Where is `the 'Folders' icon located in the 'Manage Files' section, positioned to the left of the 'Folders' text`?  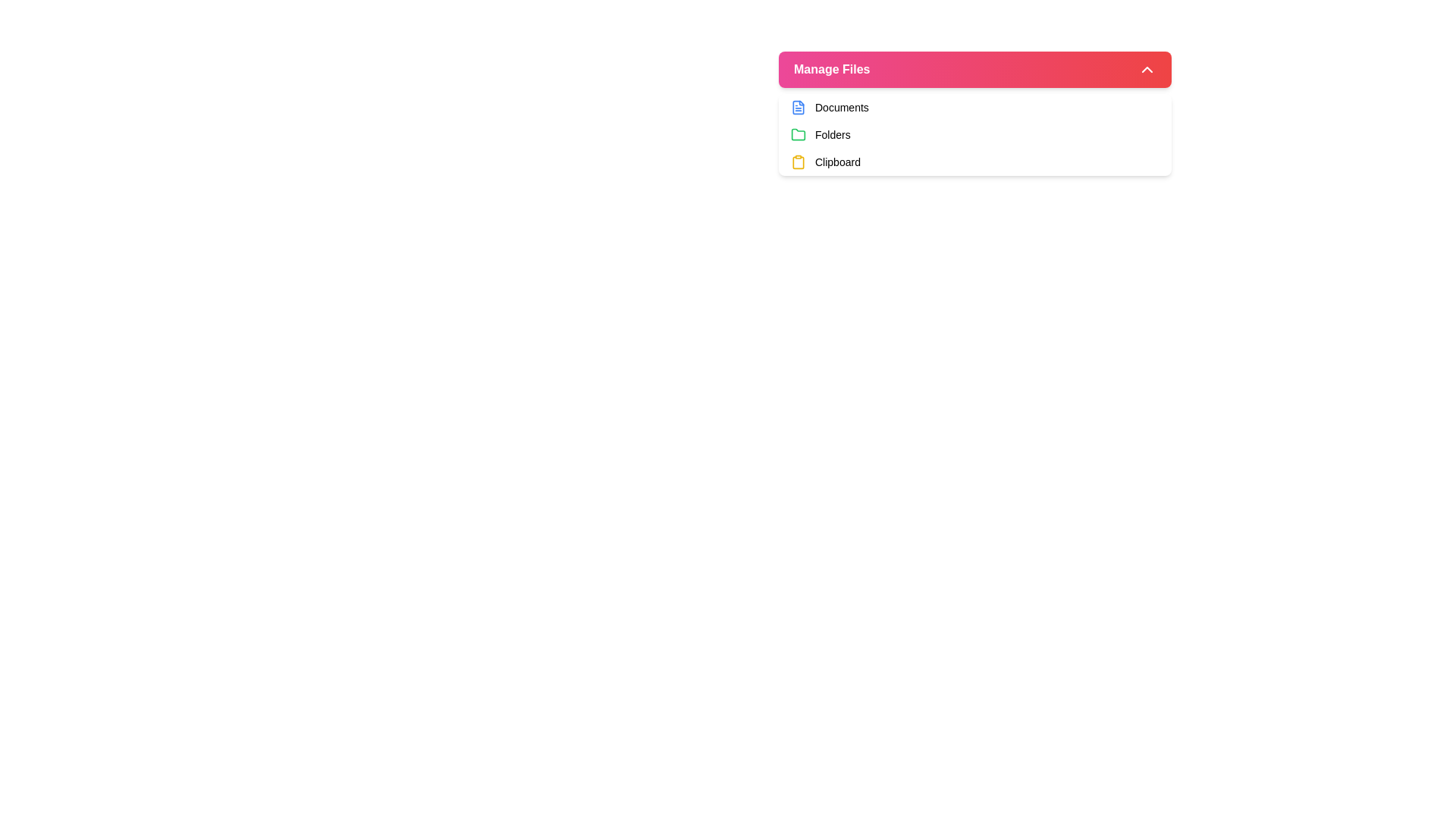 the 'Folders' icon located in the 'Manage Files' section, positioned to the left of the 'Folders' text is located at coordinates (797, 133).